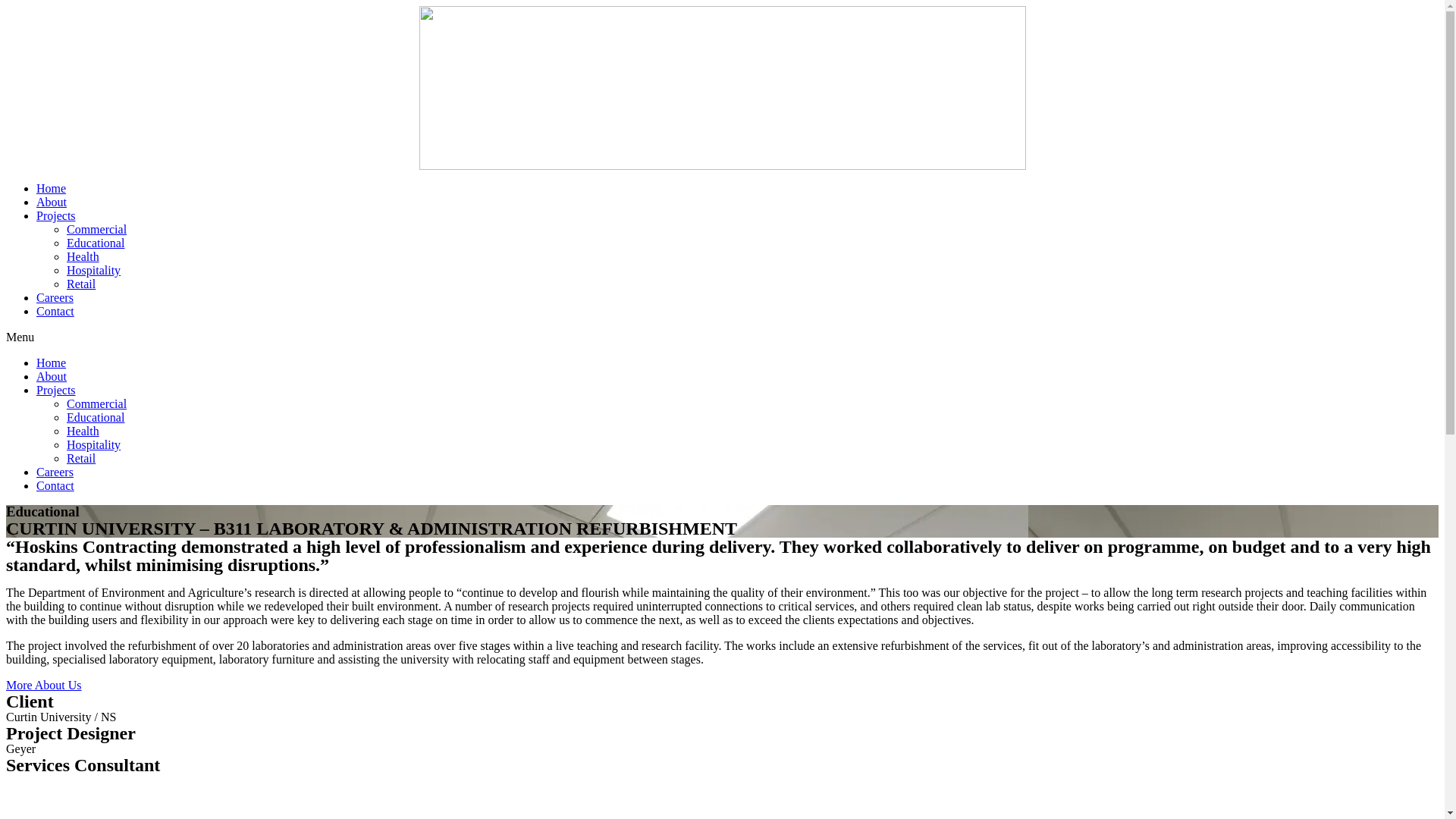 This screenshot has width=1456, height=819. Describe the element at coordinates (93, 444) in the screenshot. I see `'Hospitality'` at that location.